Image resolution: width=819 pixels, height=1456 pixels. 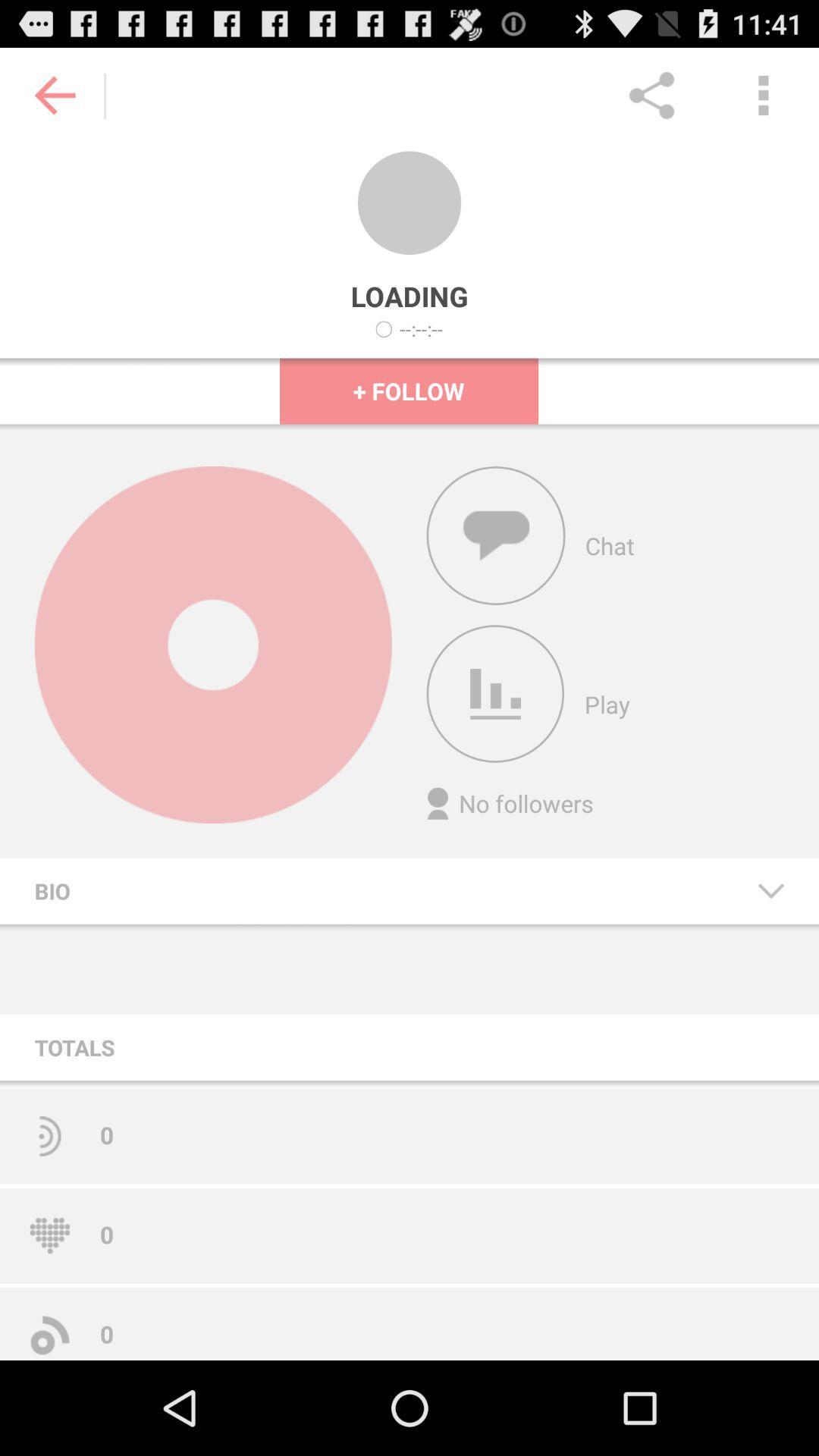 What do you see at coordinates (496, 573) in the screenshot?
I see `the chat icon` at bounding box center [496, 573].